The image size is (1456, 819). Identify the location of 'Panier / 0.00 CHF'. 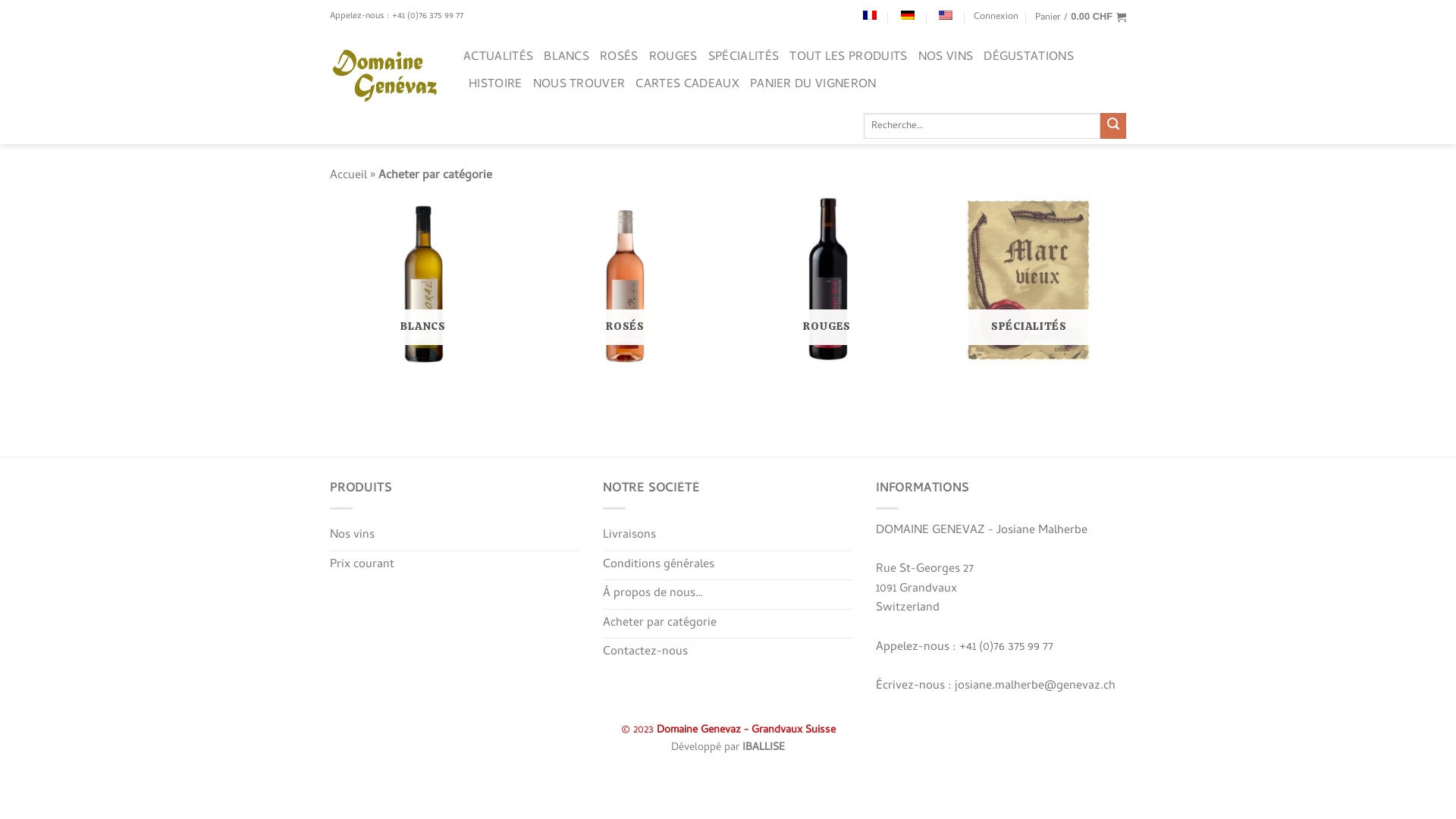
(1080, 17).